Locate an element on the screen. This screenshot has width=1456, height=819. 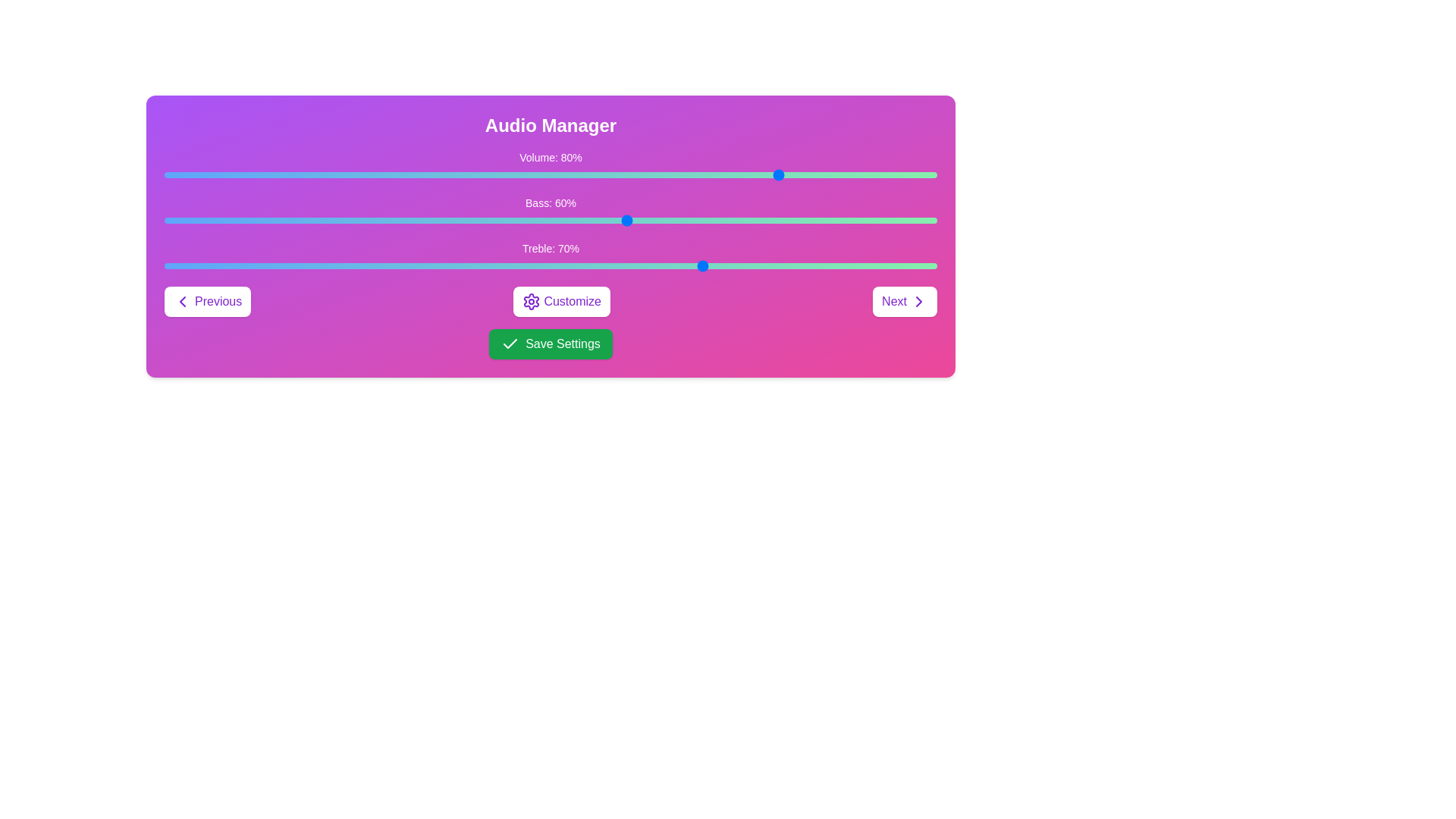
the slider is located at coordinates (472, 265).